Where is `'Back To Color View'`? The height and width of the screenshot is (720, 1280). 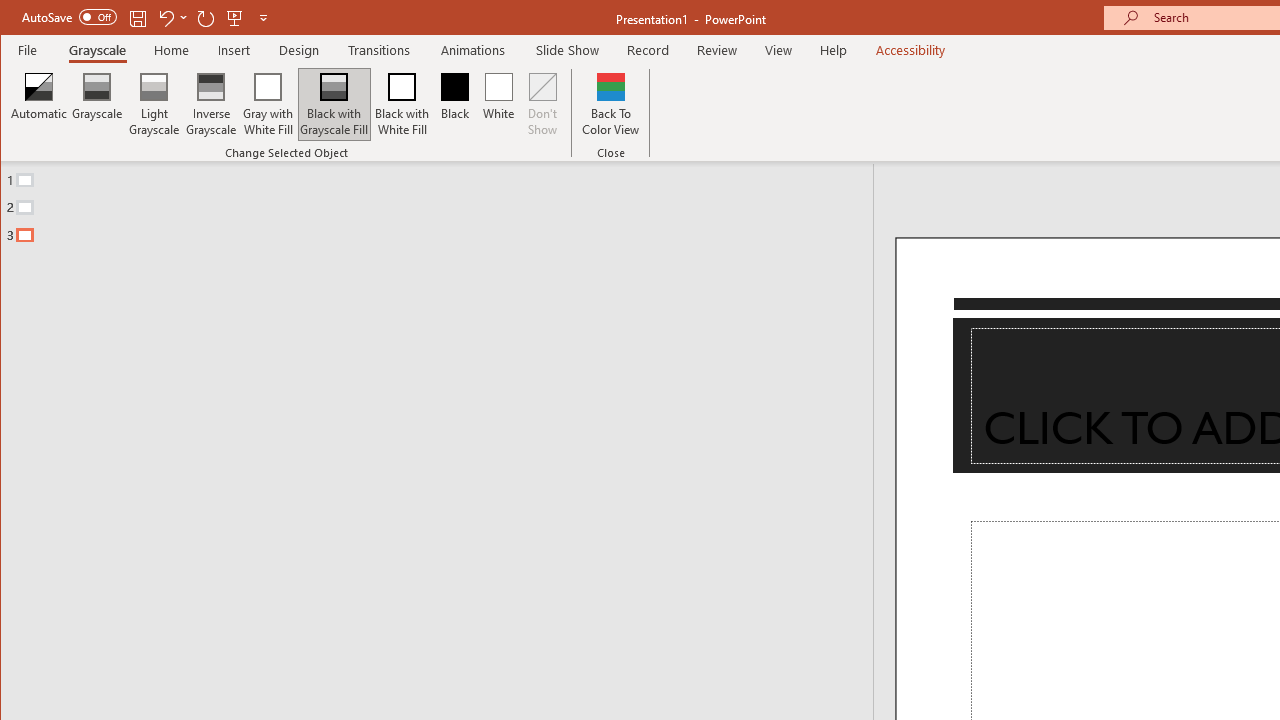
'Back To Color View' is located at coordinates (610, 104).